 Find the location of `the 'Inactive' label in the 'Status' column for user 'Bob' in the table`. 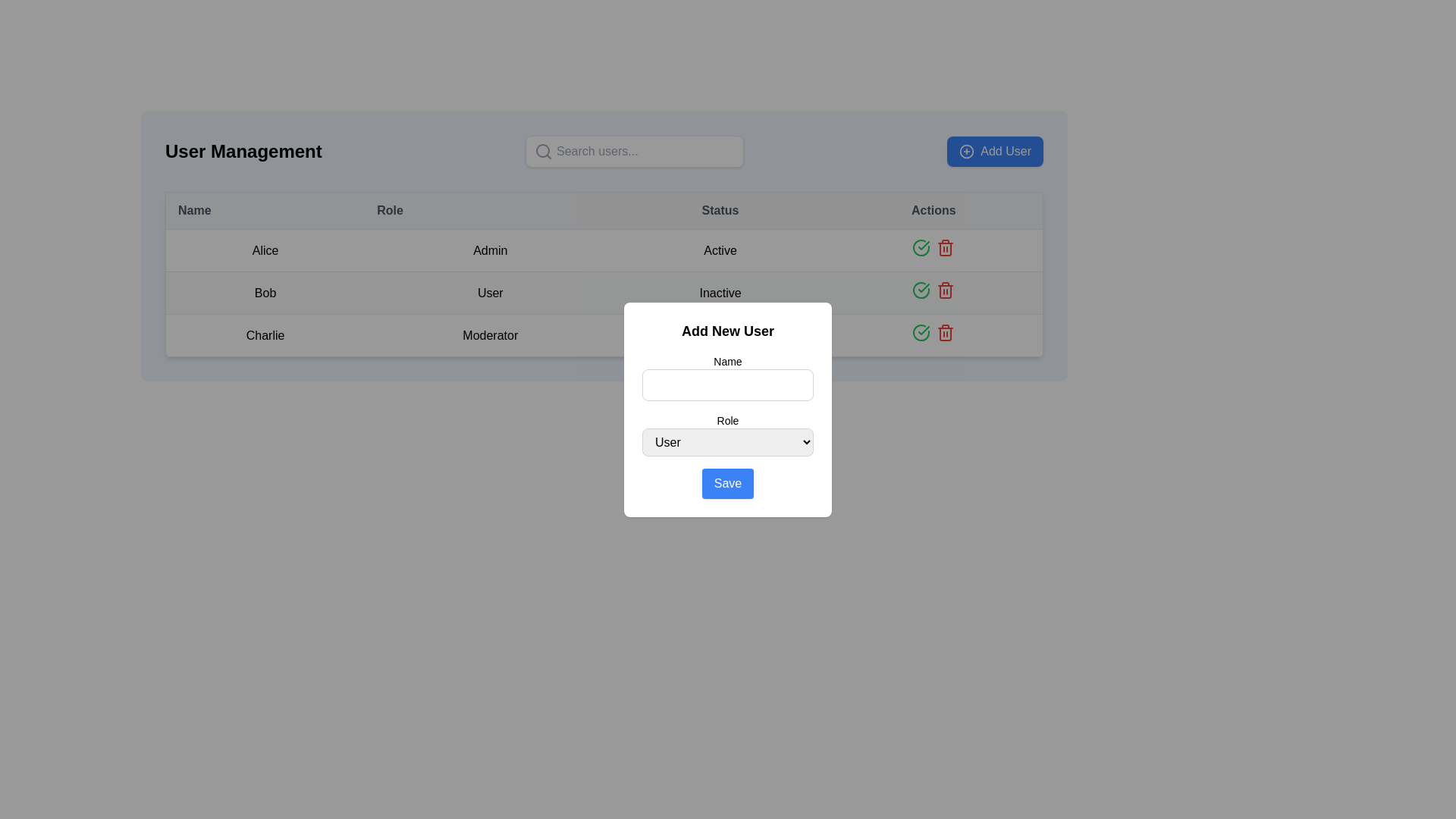

the 'Inactive' label in the 'Status' column for user 'Bob' in the table is located at coordinates (720, 293).